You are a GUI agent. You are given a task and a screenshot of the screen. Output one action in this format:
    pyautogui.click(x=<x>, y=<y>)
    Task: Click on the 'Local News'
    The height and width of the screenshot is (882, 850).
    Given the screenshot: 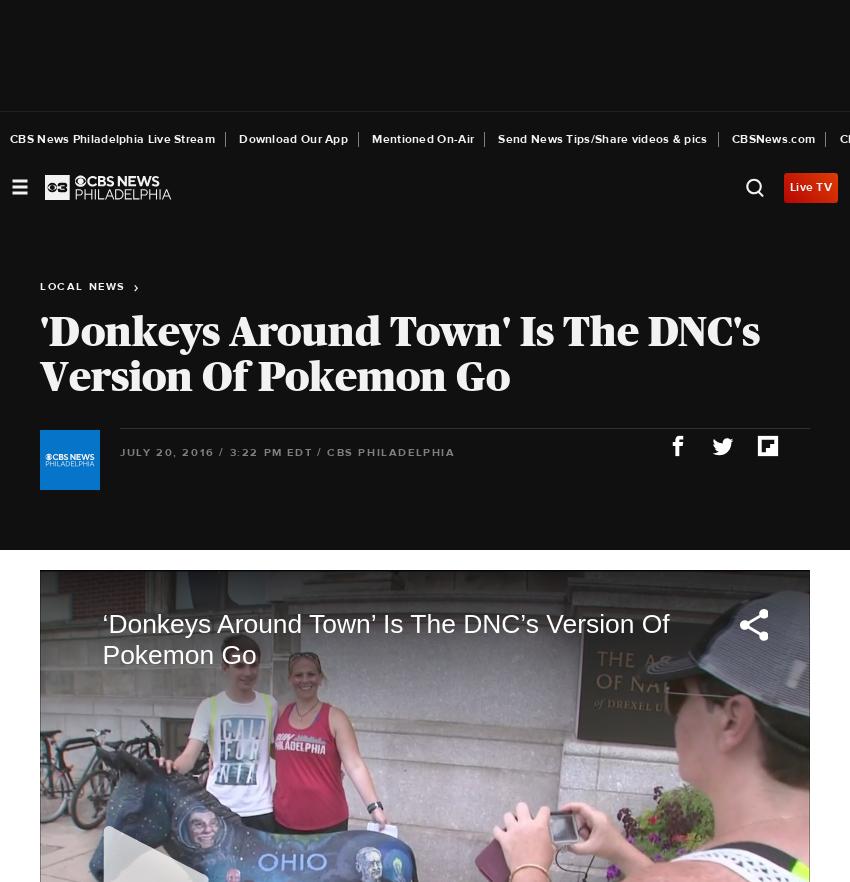 What is the action you would take?
    pyautogui.click(x=85, y=285)
    